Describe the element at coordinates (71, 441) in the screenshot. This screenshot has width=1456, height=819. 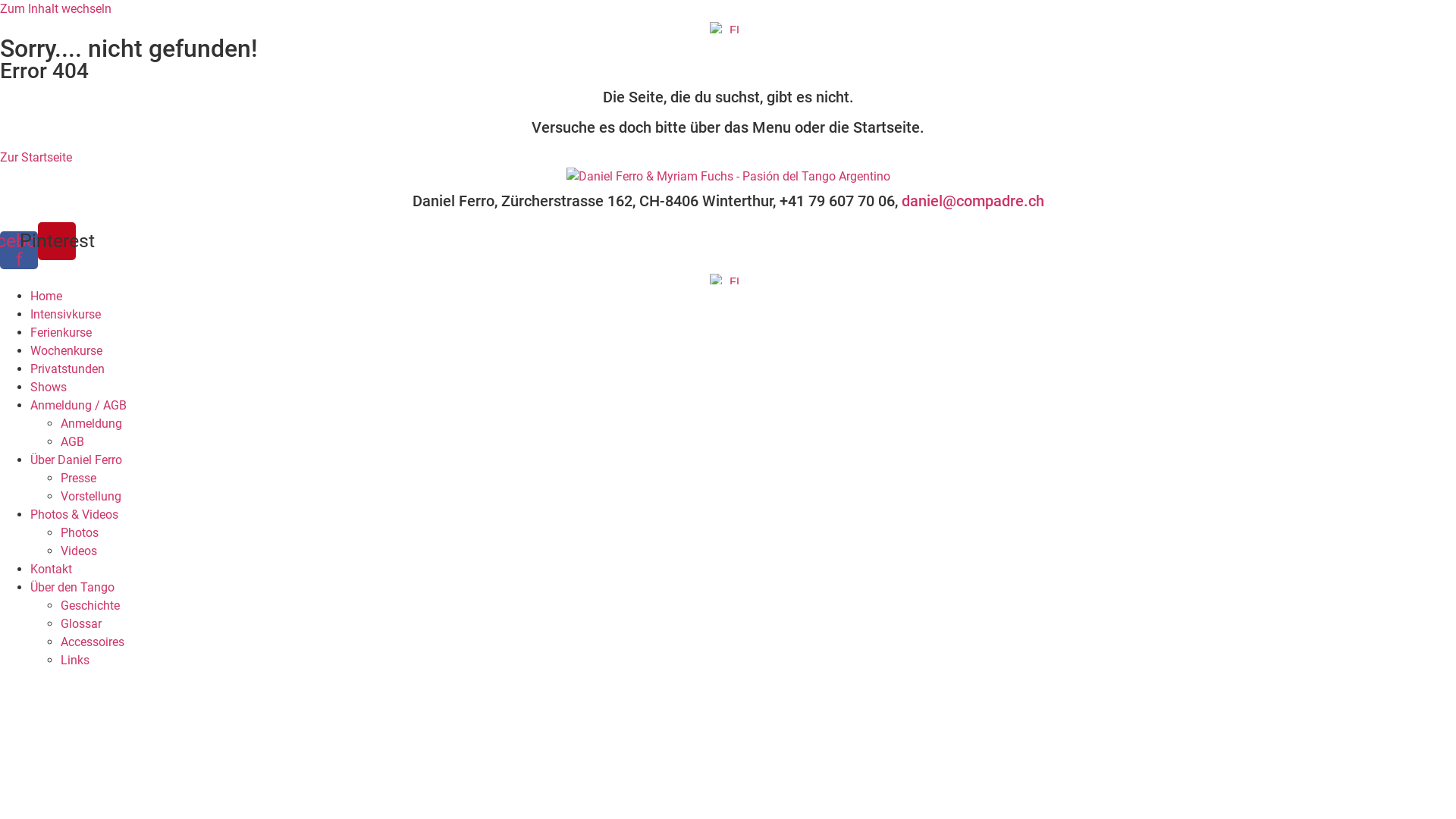
I see `'AGB'` at that location.